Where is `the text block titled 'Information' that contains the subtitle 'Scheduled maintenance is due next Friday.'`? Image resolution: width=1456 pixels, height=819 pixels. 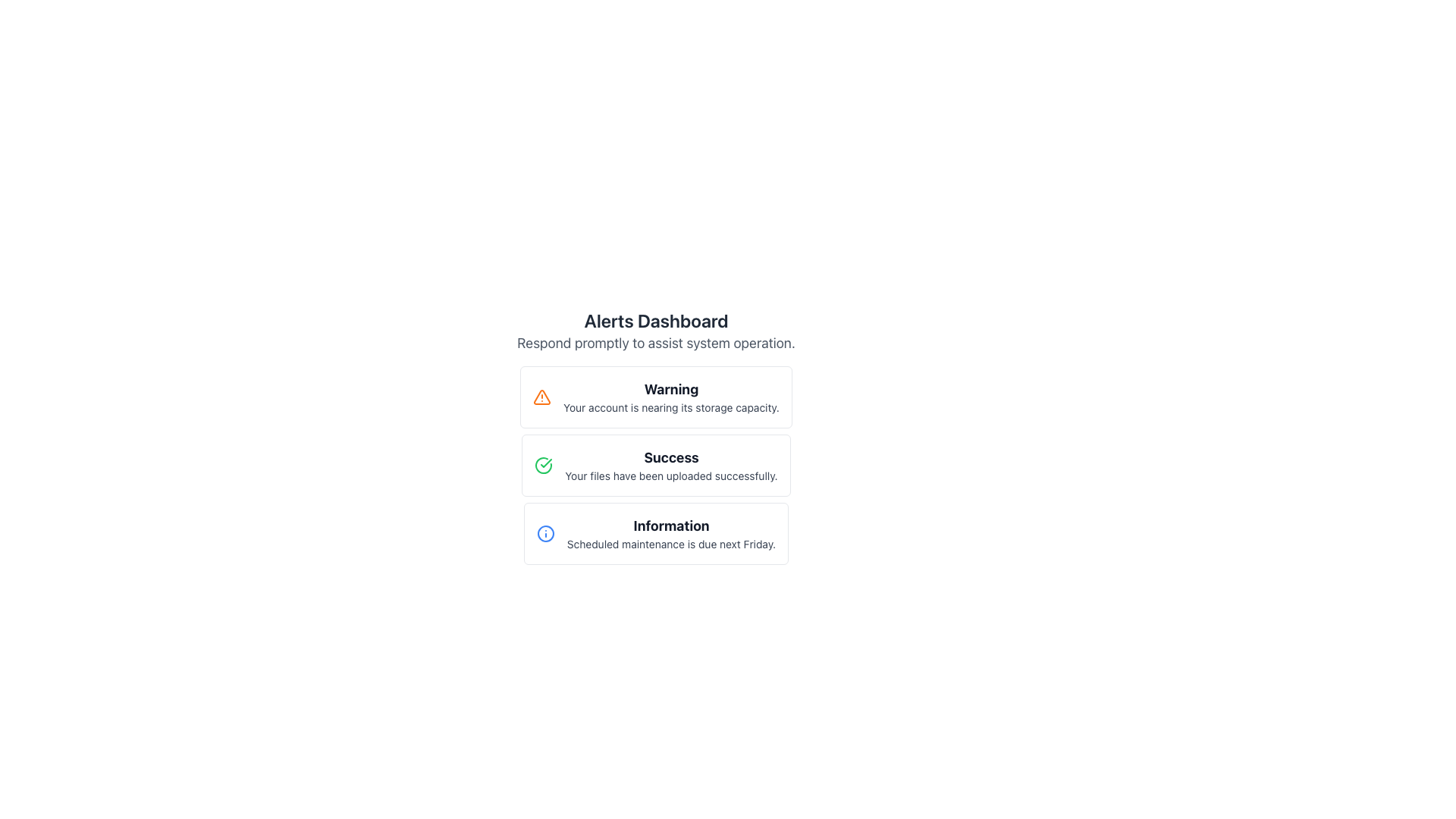 the text block titled 'Information' that contains the subtitle 'Scheduled maintenance is due next Friday.' is located at coordinates (670, 533).